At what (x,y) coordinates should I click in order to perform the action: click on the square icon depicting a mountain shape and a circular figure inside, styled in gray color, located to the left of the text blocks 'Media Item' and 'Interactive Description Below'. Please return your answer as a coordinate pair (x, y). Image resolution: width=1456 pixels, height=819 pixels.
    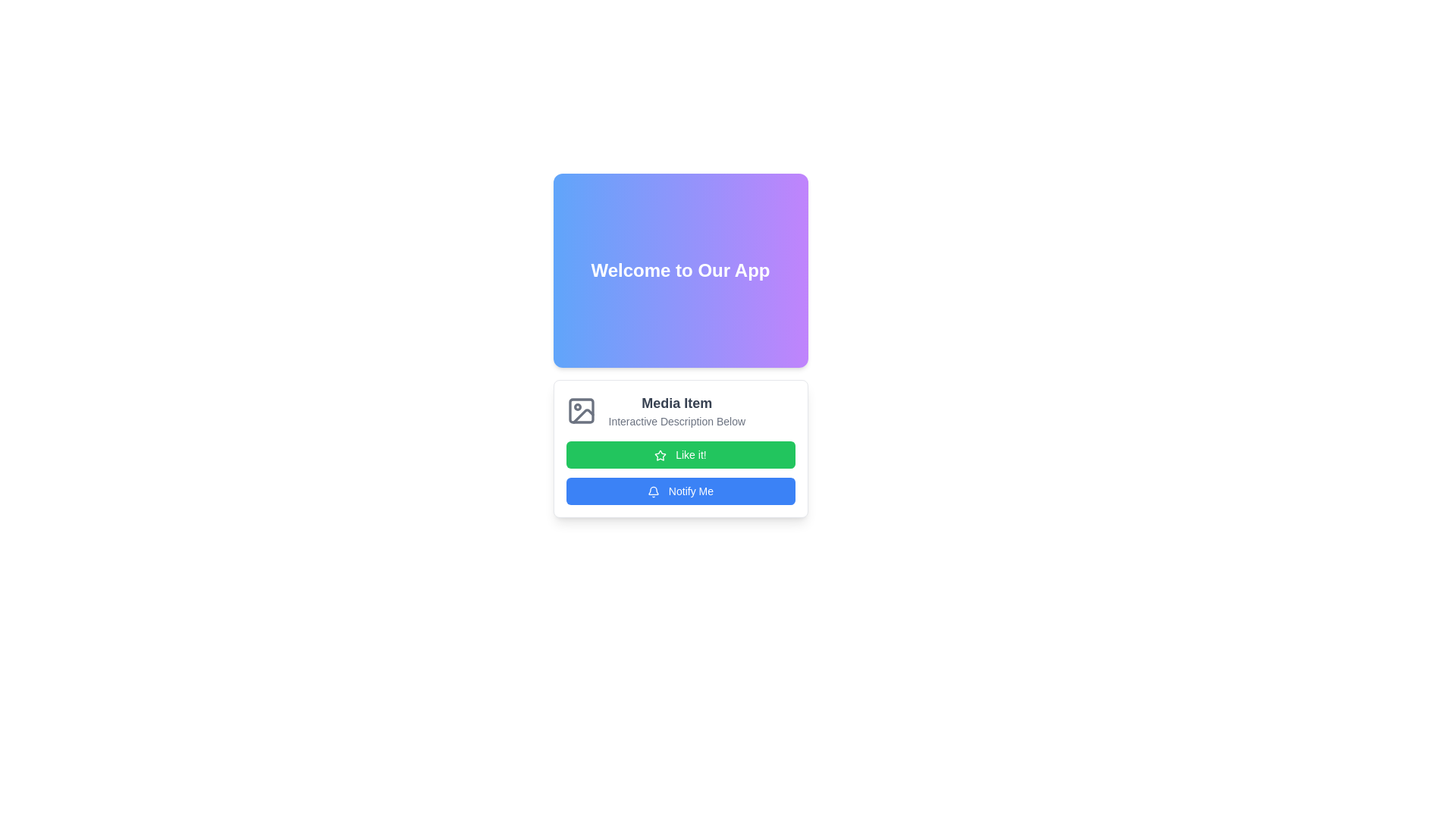
    Looking at the image, I should click on (580, 411).